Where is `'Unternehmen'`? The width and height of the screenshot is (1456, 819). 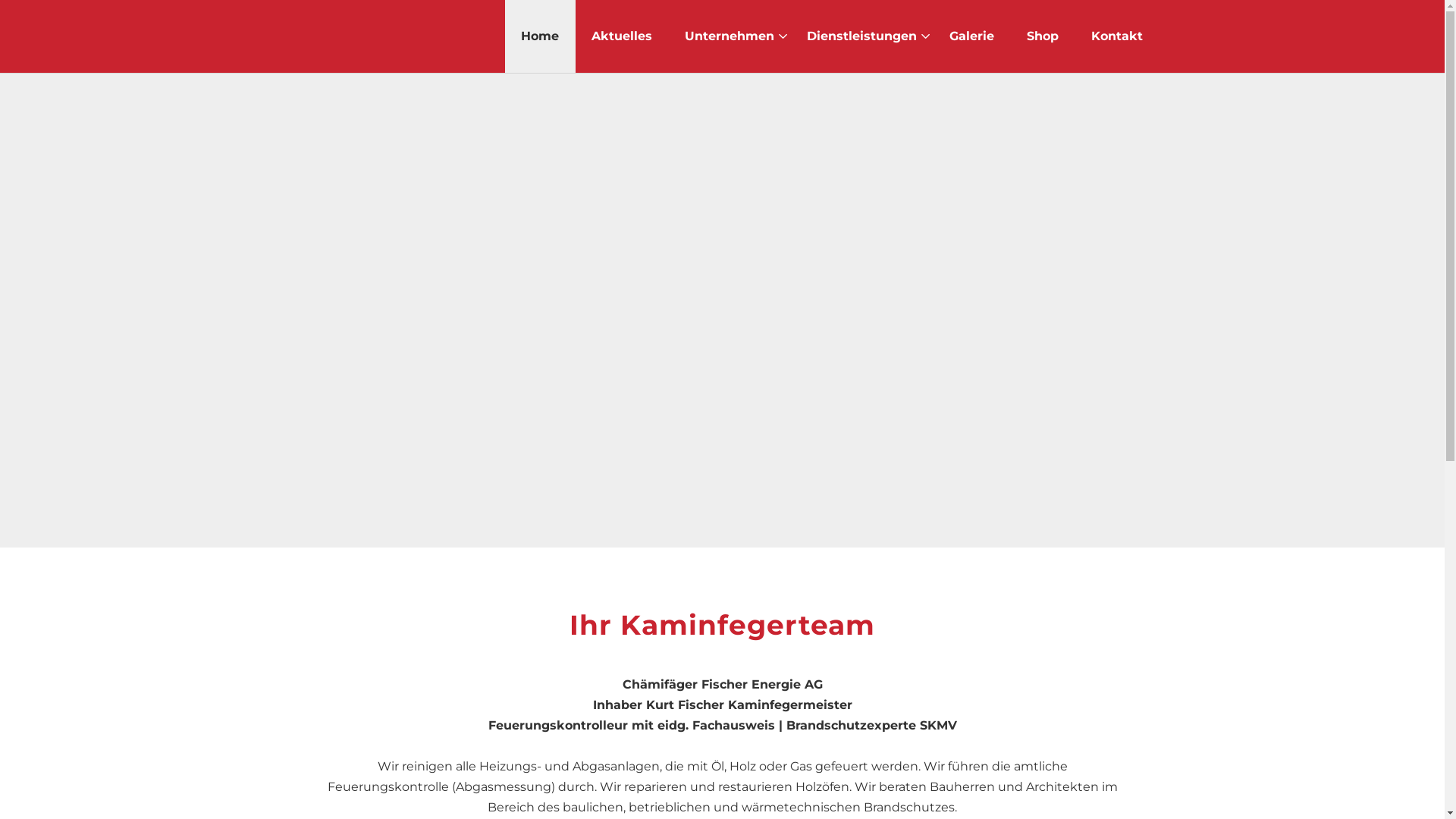 'Unternehmen' is located at coordinates (728, 35).